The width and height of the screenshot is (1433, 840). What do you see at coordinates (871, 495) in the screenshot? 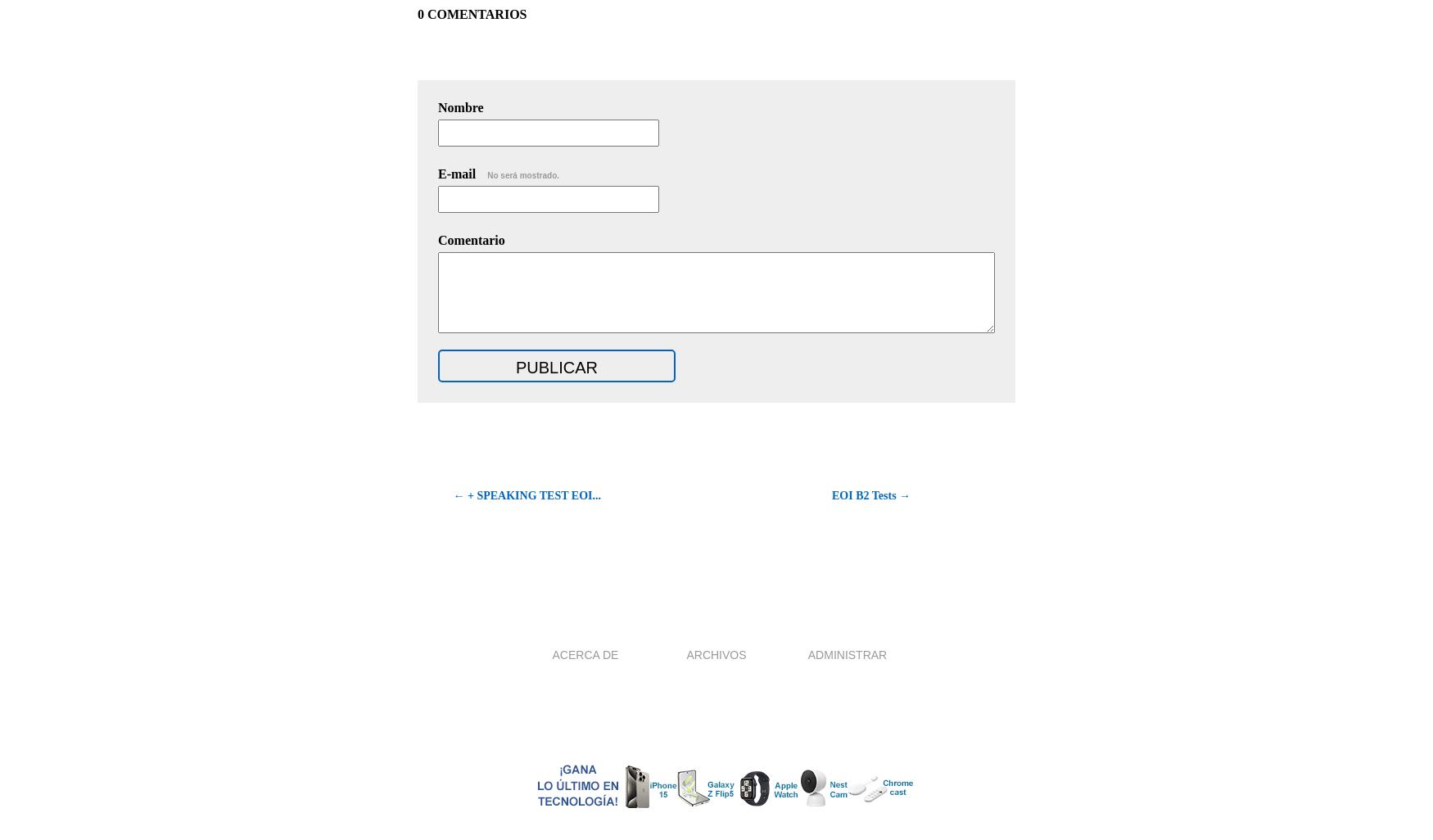
I see `'EOI B2 Tests →'` at bounding box center [871, 495].